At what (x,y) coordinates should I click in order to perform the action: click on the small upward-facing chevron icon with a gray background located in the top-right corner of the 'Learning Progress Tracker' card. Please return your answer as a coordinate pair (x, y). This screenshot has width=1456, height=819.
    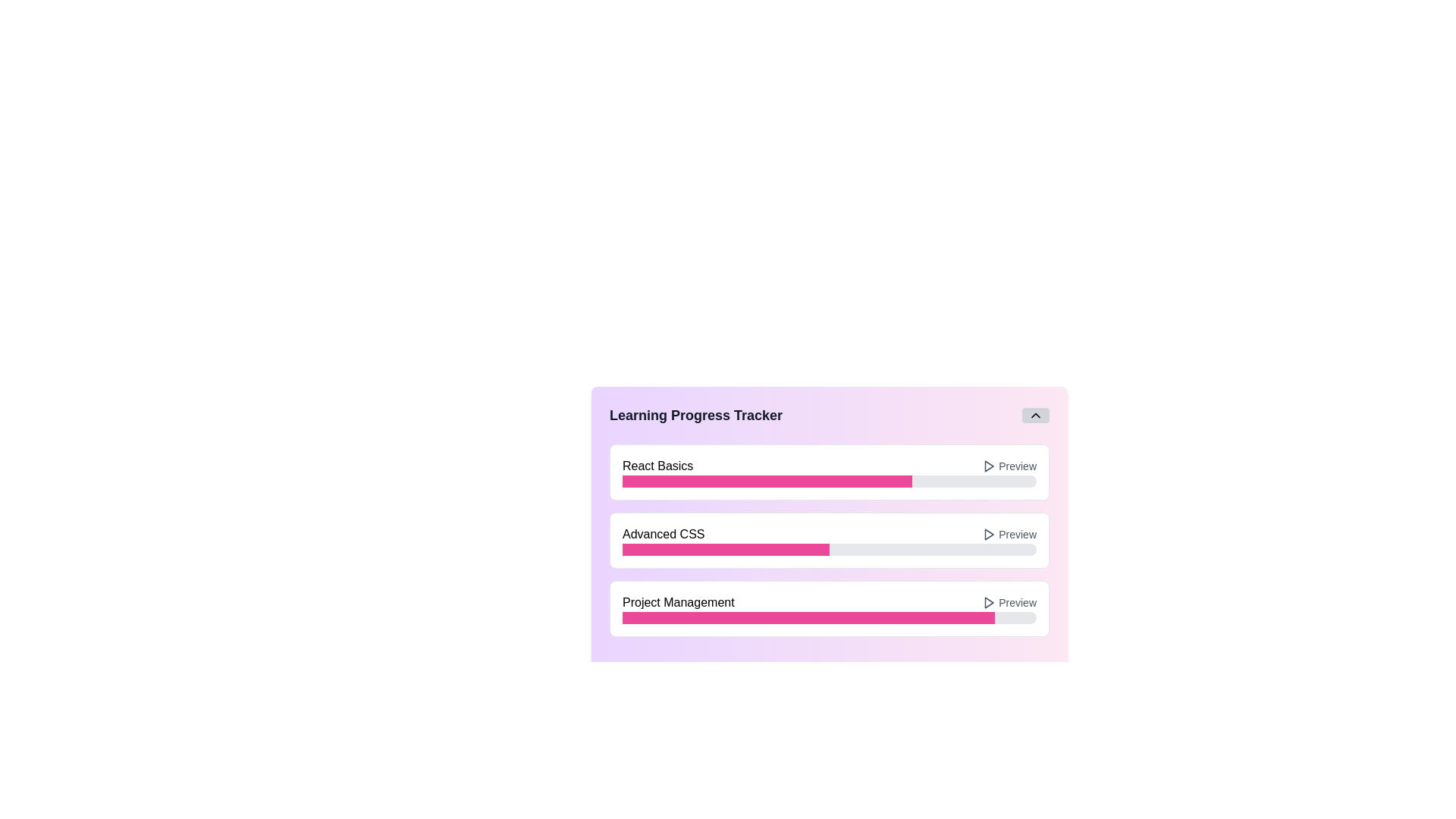
    Looking at the image, I should click on (1035, 415).